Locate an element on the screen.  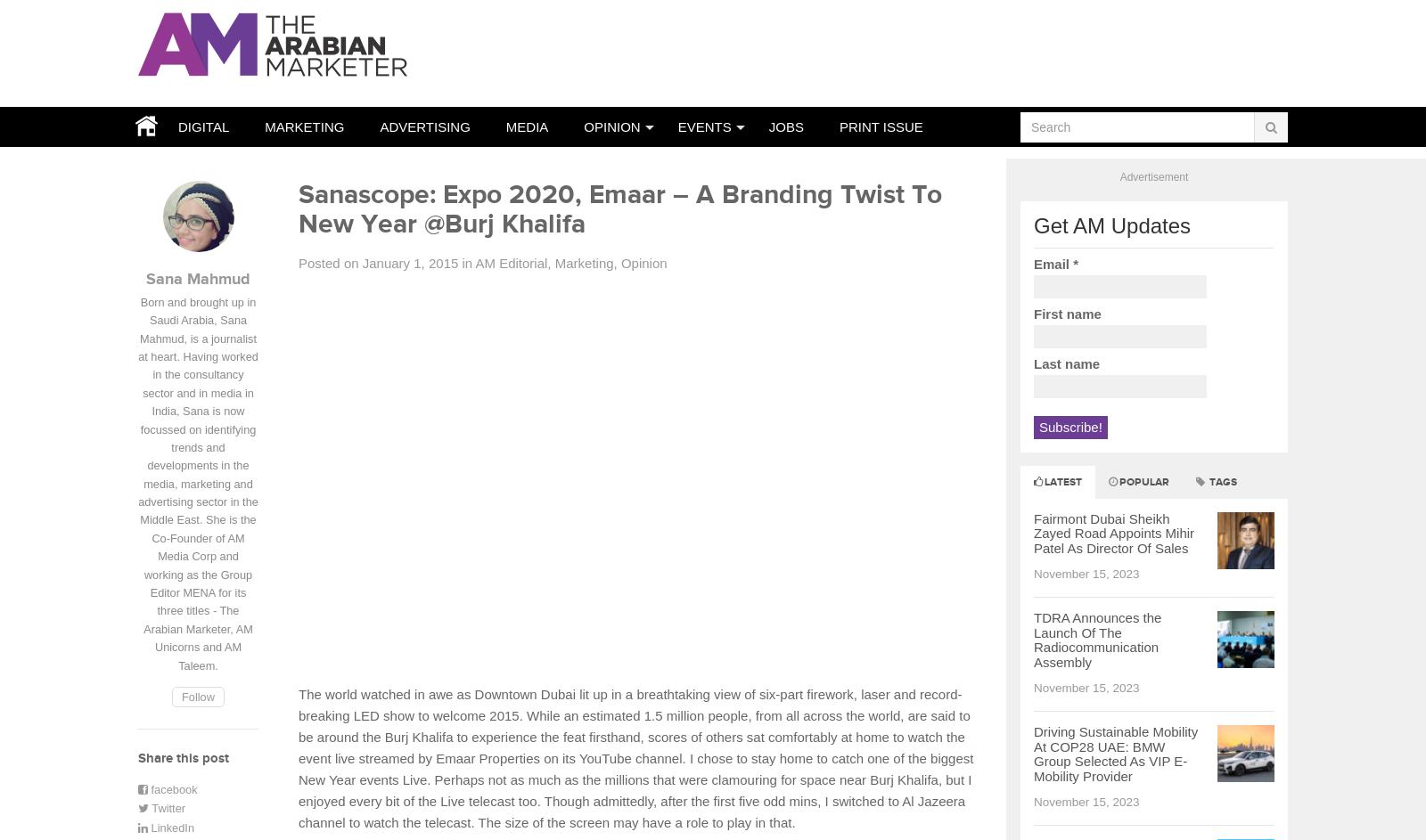
'Posted on January 1, 2015' is located at coordinates (377, 262).